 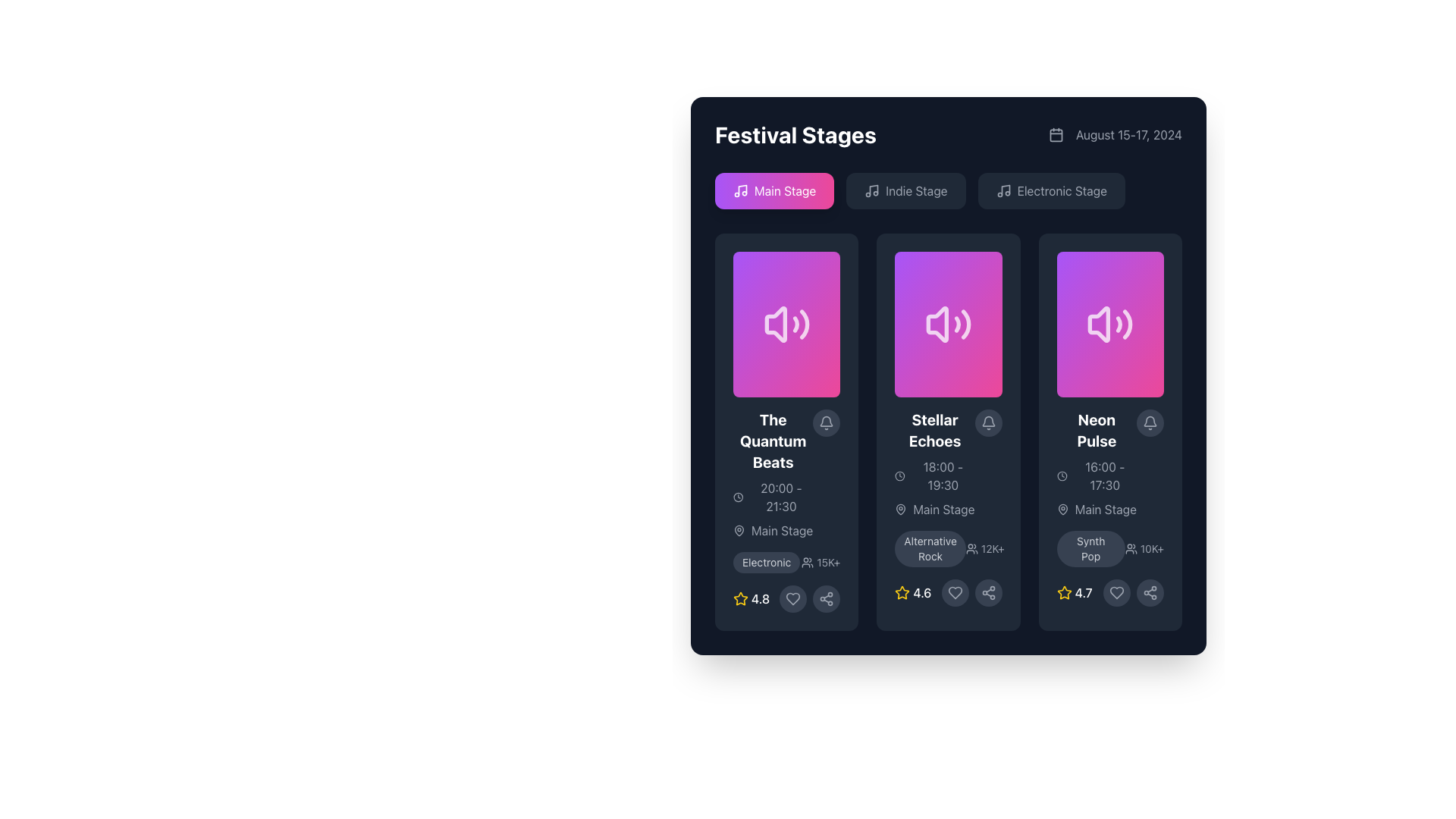 I want to click on the bell-shaped notification icon located in the bottom right section of the 'Neon Pulse' card, styled for dark mode, so click(x=1150, y=423).